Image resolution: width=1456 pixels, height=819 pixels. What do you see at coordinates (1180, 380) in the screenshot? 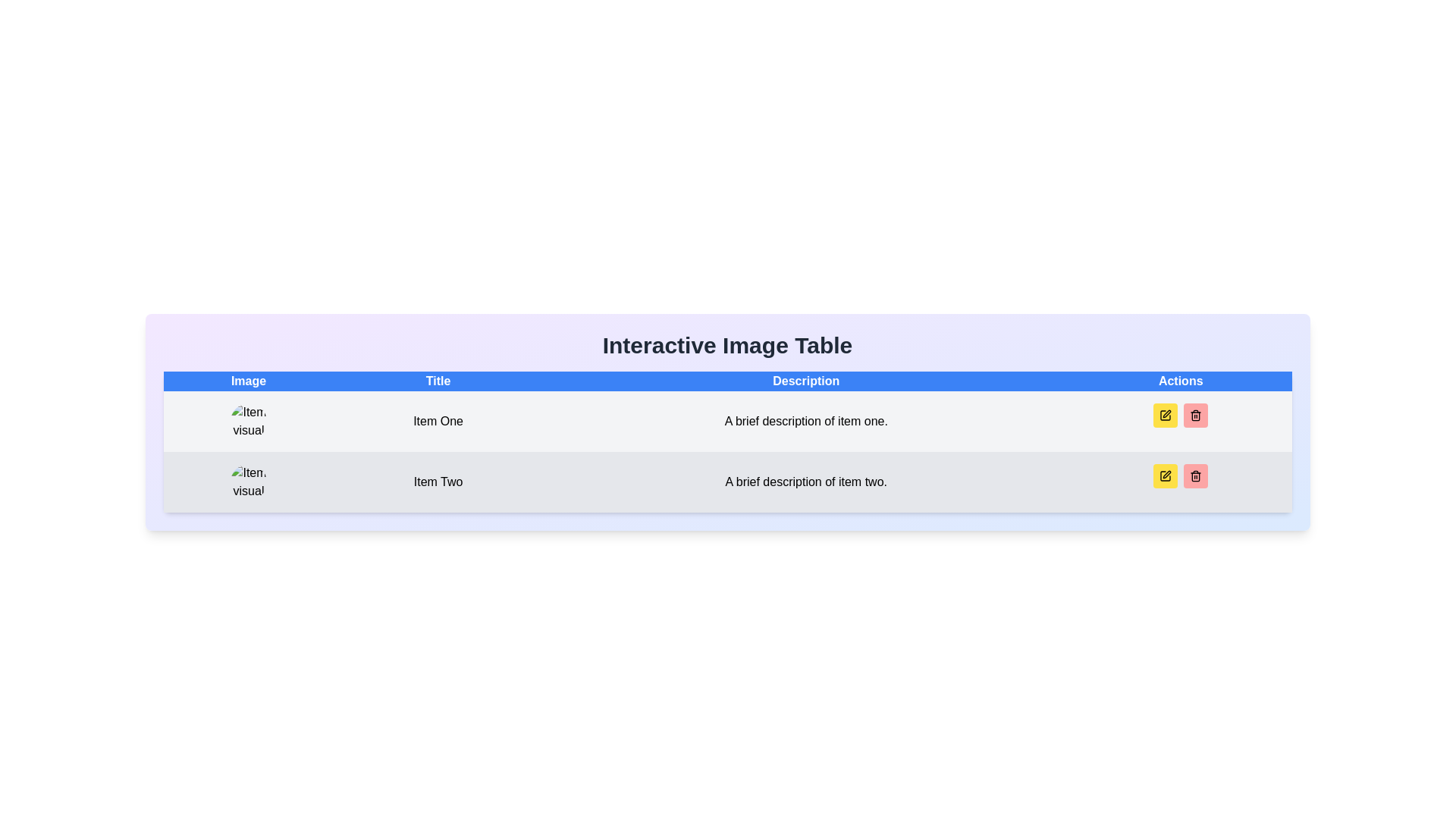
I see `the header text label for the 'Actions' column in the table, which is located in the fourth column after 'Image', 'Title', and 'Description'` at bounding box center [1180, 380].